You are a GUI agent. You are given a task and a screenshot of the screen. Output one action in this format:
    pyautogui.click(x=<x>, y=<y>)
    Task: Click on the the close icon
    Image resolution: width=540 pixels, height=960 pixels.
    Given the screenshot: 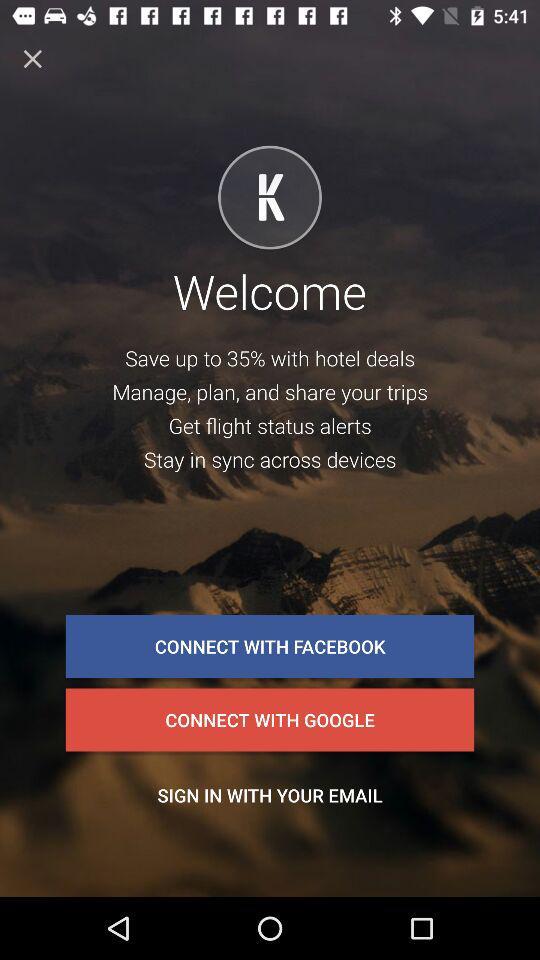 What is the action you would take?
    pyautogui.click(x=31, y=58)
    